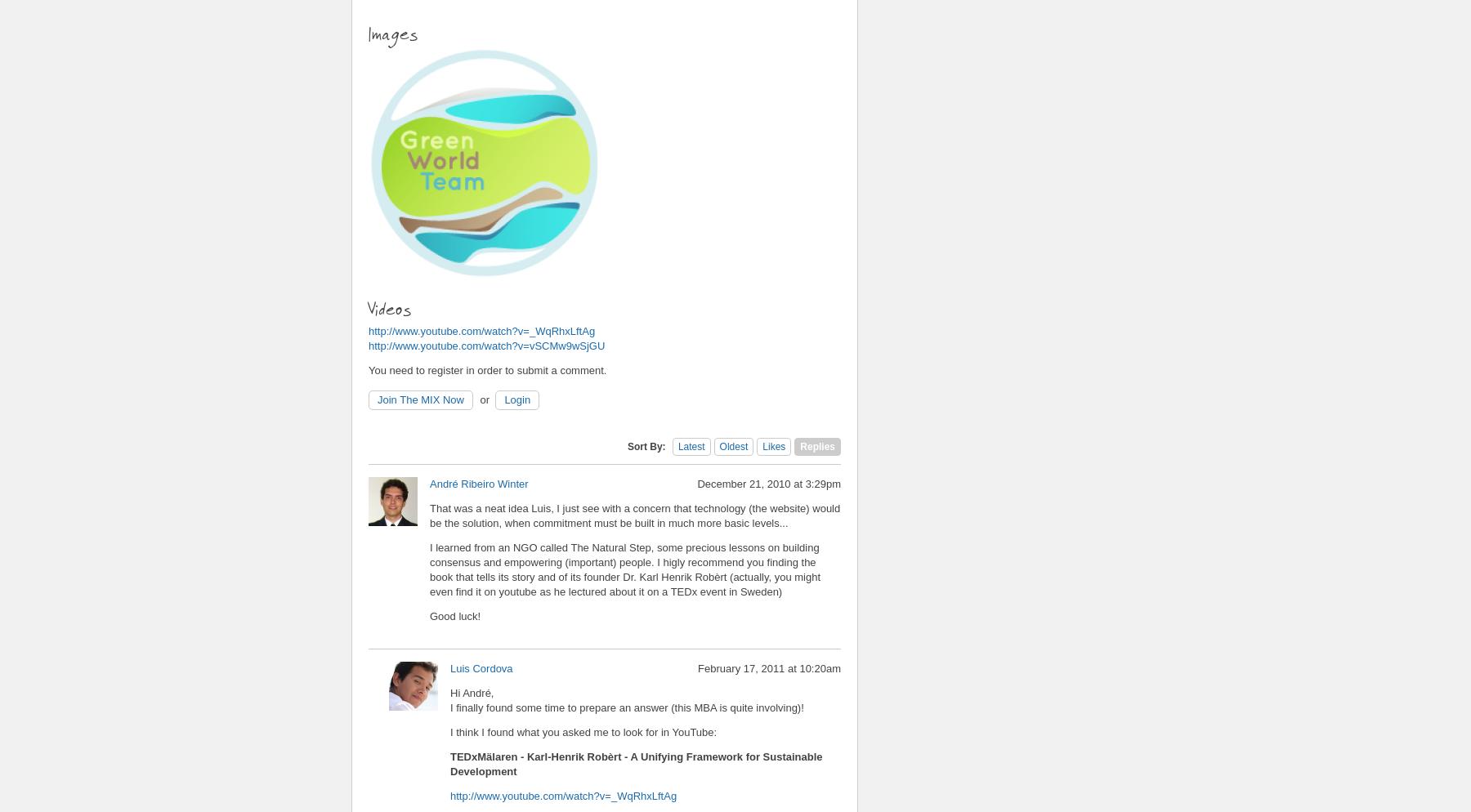  I want to click on 'André Ribeiro Winter', so click(479, 483).